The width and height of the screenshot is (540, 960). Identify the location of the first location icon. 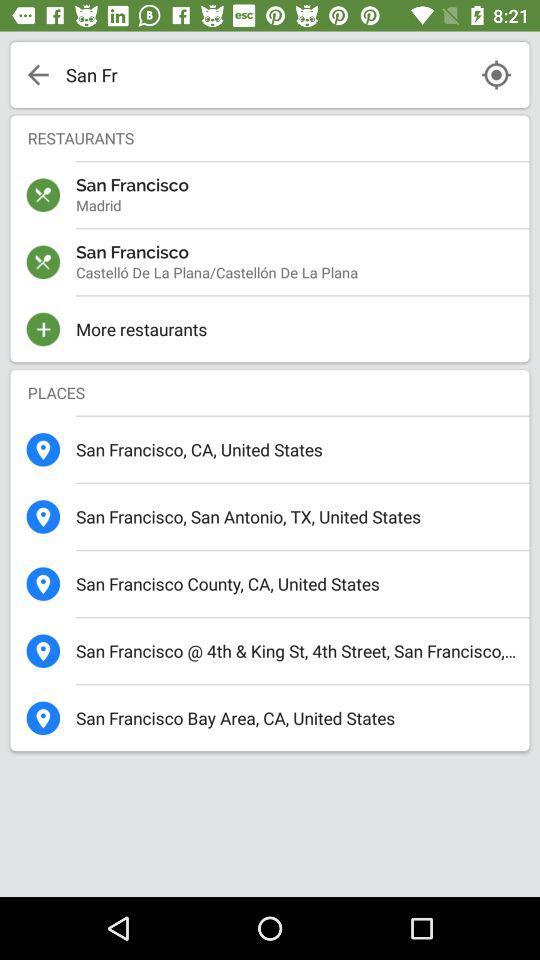
(43, 450).